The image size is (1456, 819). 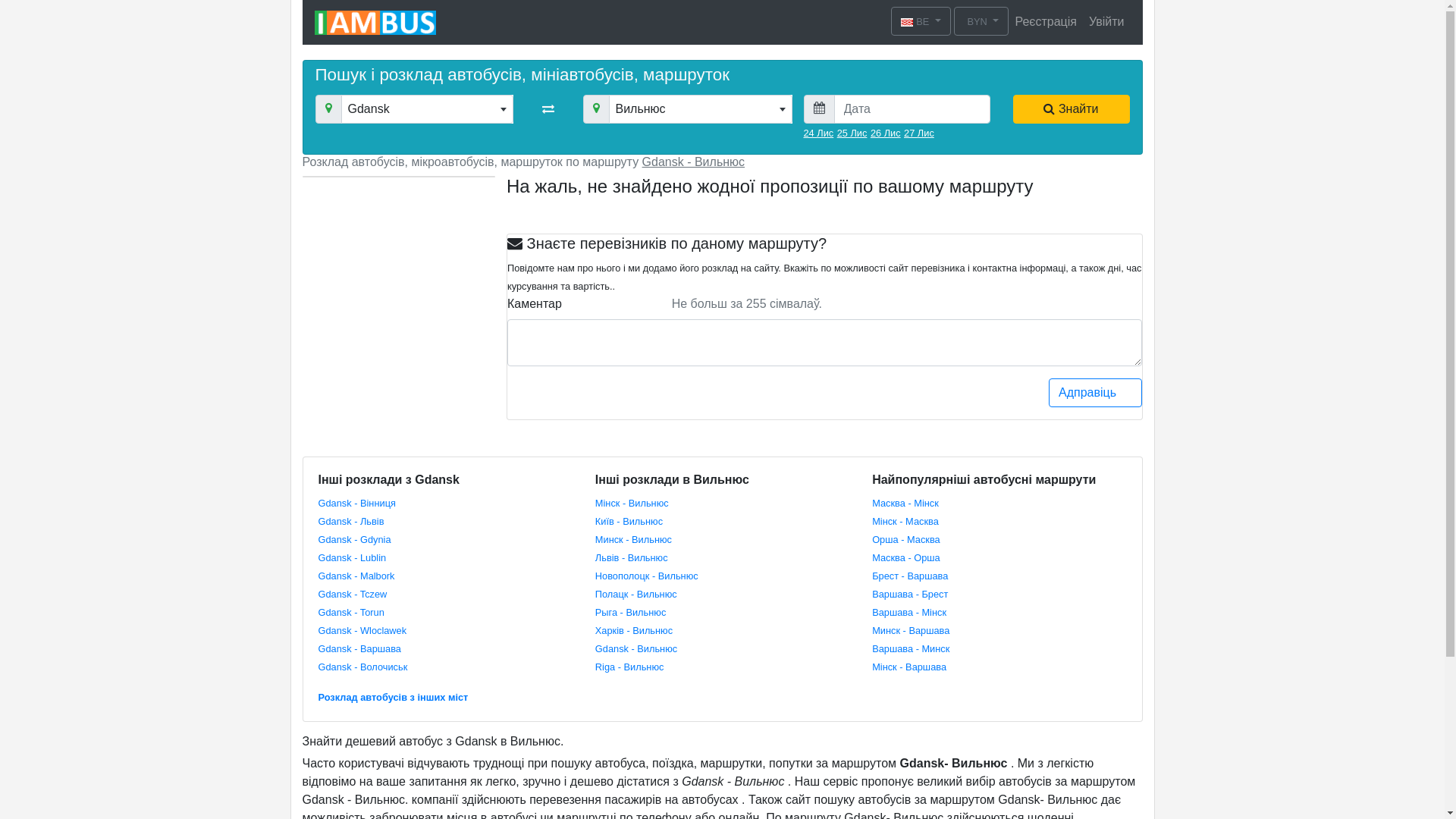 I want to click on 'BE', so click(x=891, y=20).